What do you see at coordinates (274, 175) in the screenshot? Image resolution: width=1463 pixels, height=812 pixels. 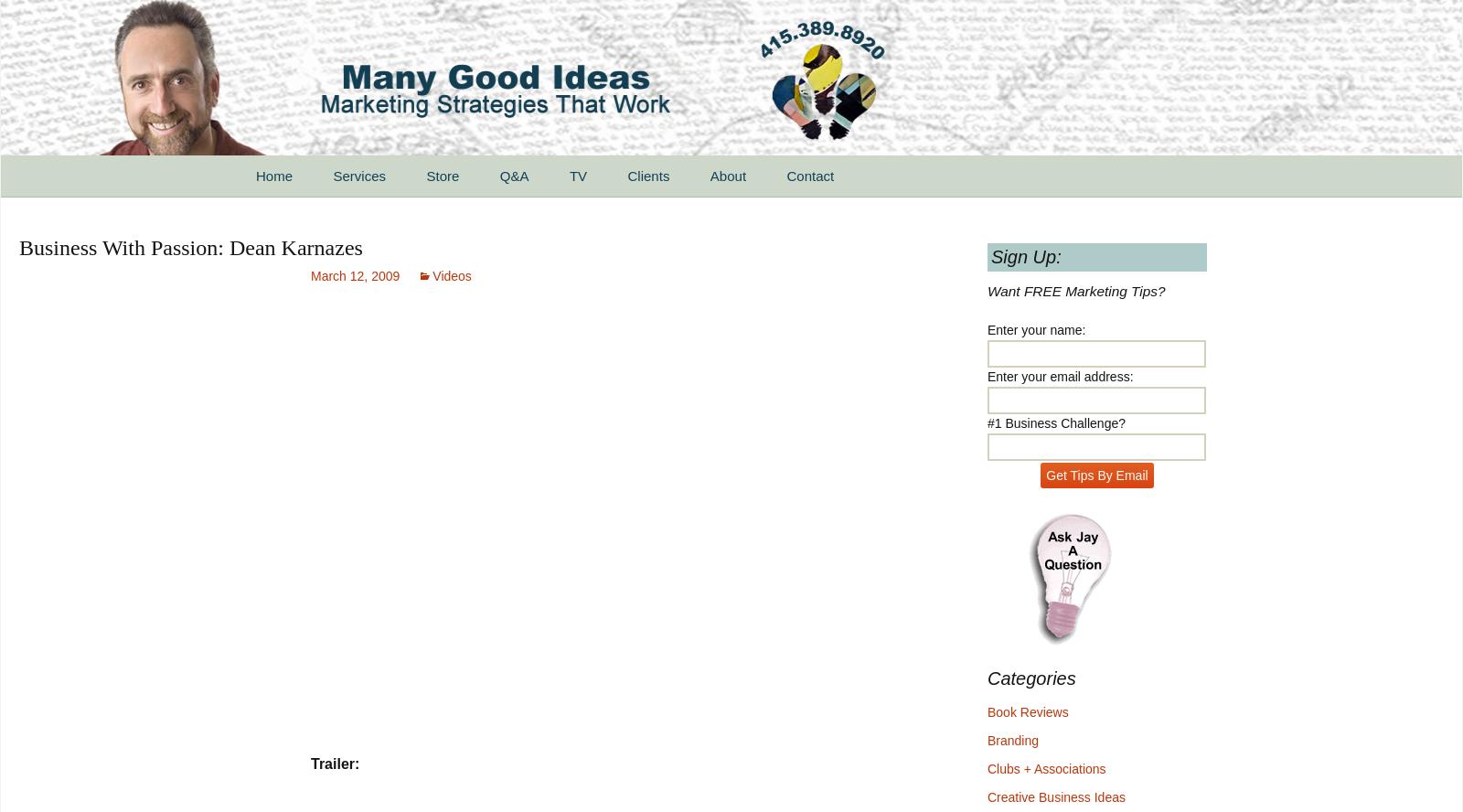 I see `'Home'` at bounding box center [274, 175].